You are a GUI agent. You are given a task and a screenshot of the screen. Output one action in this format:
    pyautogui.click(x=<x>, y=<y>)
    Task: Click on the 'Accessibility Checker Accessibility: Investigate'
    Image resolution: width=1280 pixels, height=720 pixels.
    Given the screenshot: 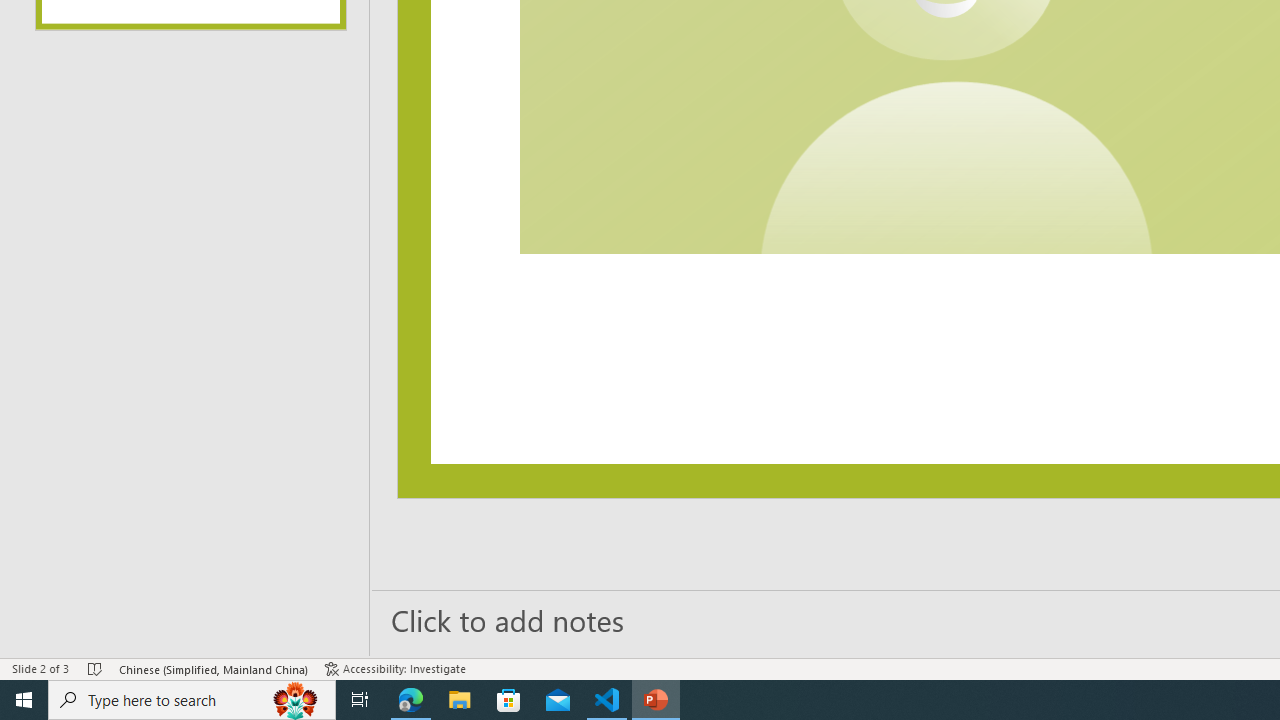 What is the action you would take?
    pyautogui.click(x=395, y=669)
    